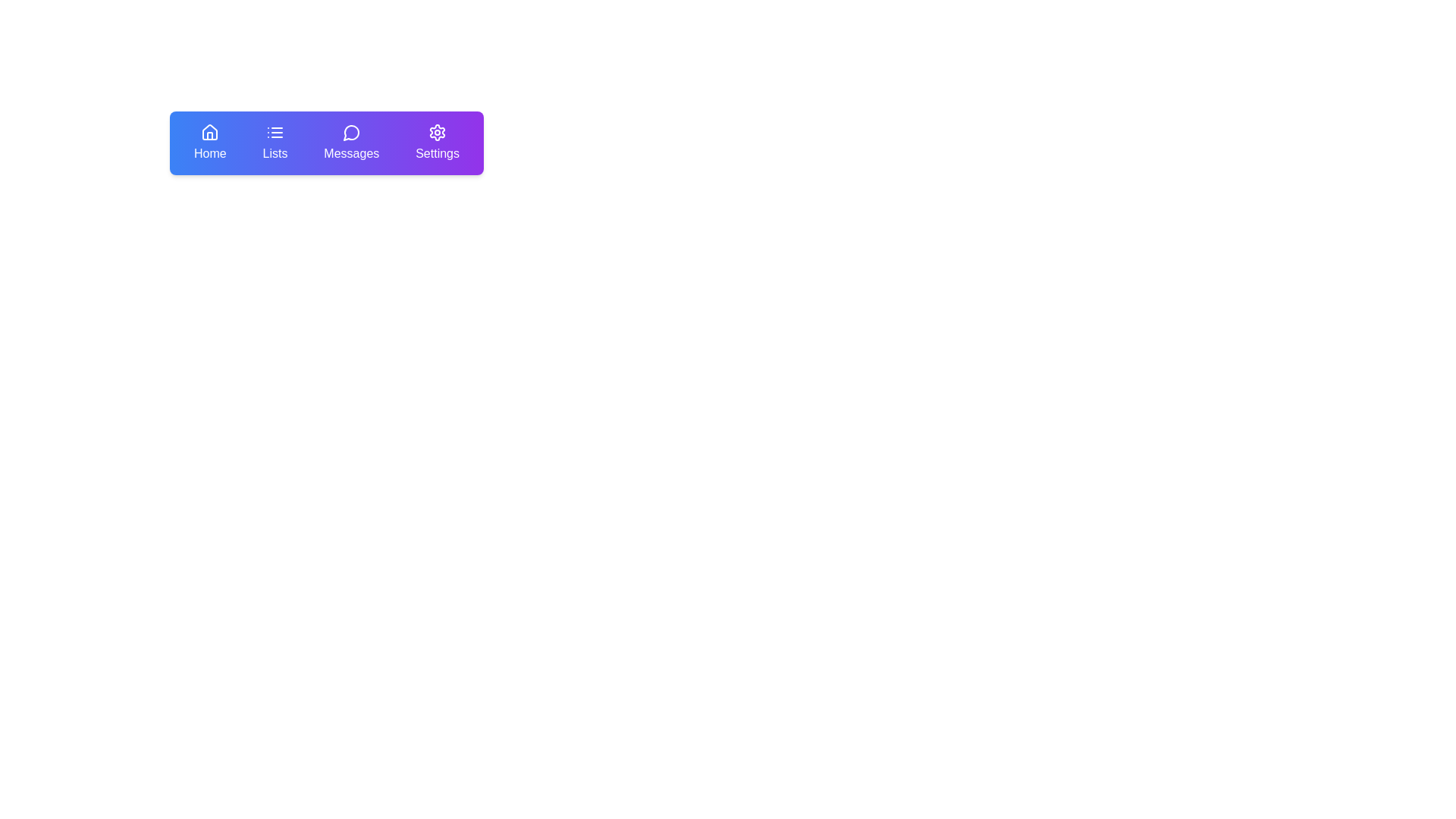 This screenshot has width=1456, height=819. What do you see at coordinates (437, 131) in the screenshot?
I see `the gear-shaped settings icon, which is displayed in white lines on a purple background, located on the far right side of the navigational toolbar` at bounding box center [437, 131].